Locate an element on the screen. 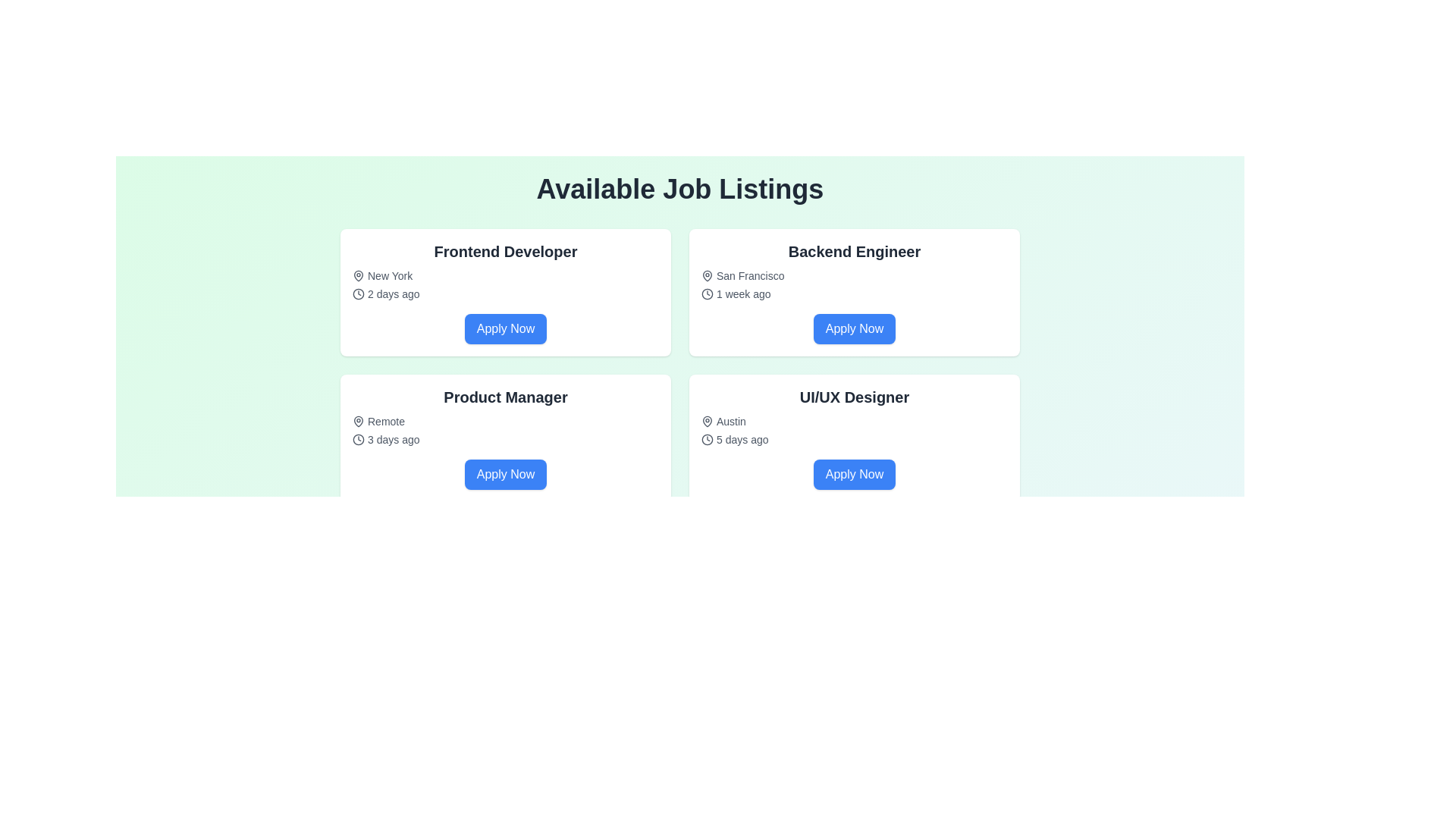 Image resolution: width=1456 pixels, height=819 pixels. the 'Apply Now' button with a blue background and white text located at the bottom of the 'Frontend Developer' section to initiate the application process is located at coordinates (506, 328).